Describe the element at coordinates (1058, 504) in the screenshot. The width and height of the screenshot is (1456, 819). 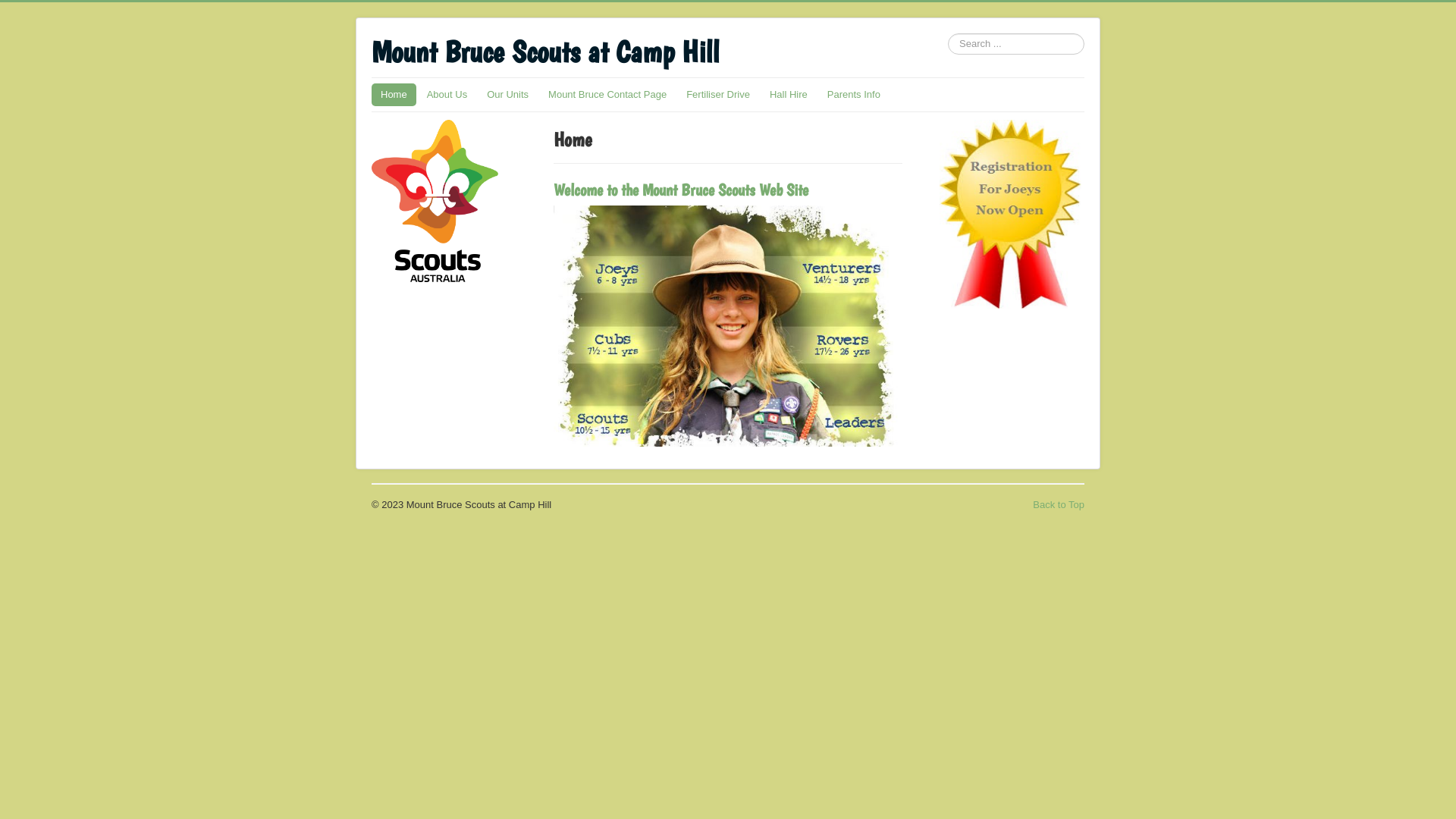
I see `'Back to Top'` at that location.